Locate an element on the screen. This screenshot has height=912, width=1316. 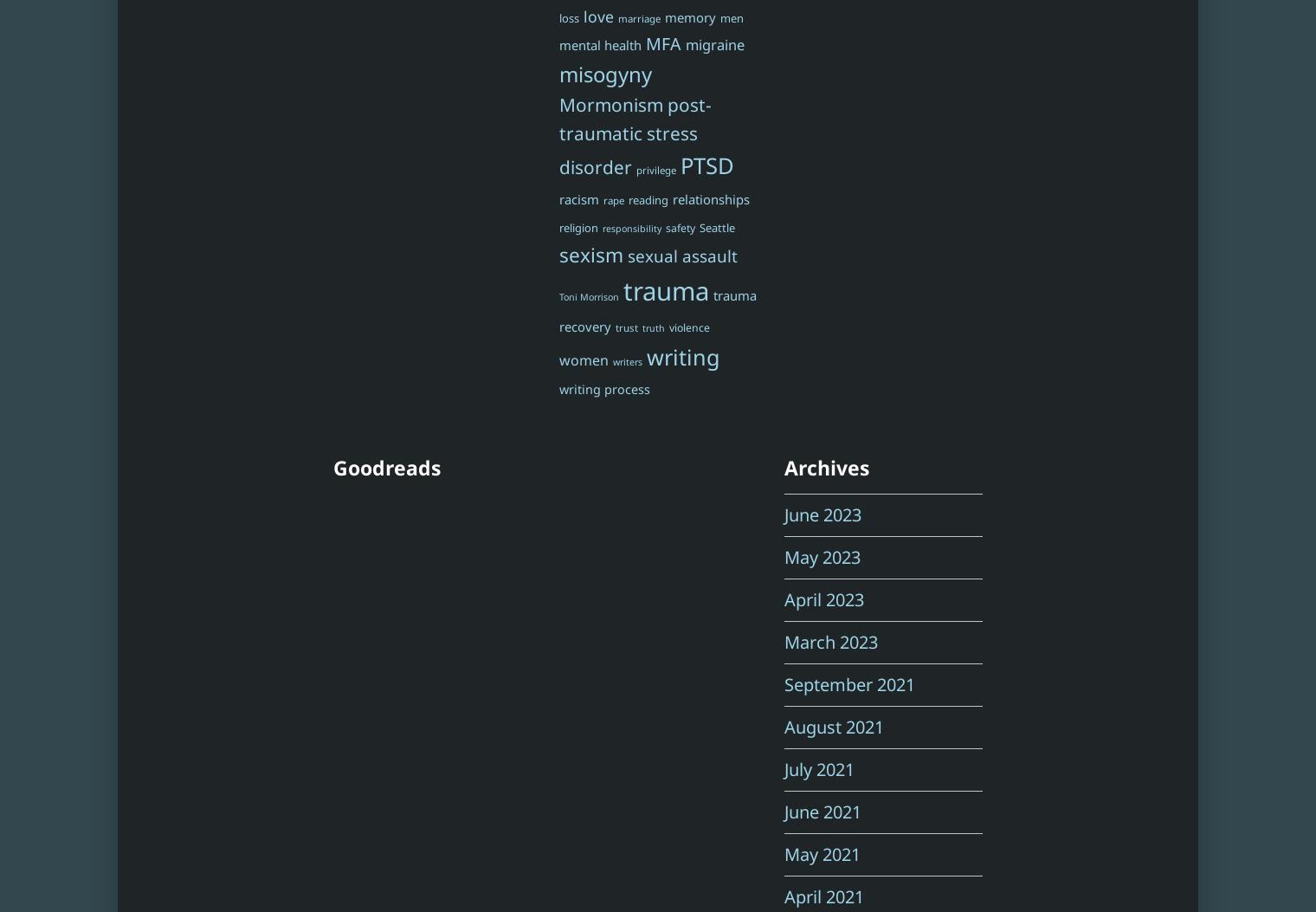
'July 2021' is located at coordinates (784, 769).